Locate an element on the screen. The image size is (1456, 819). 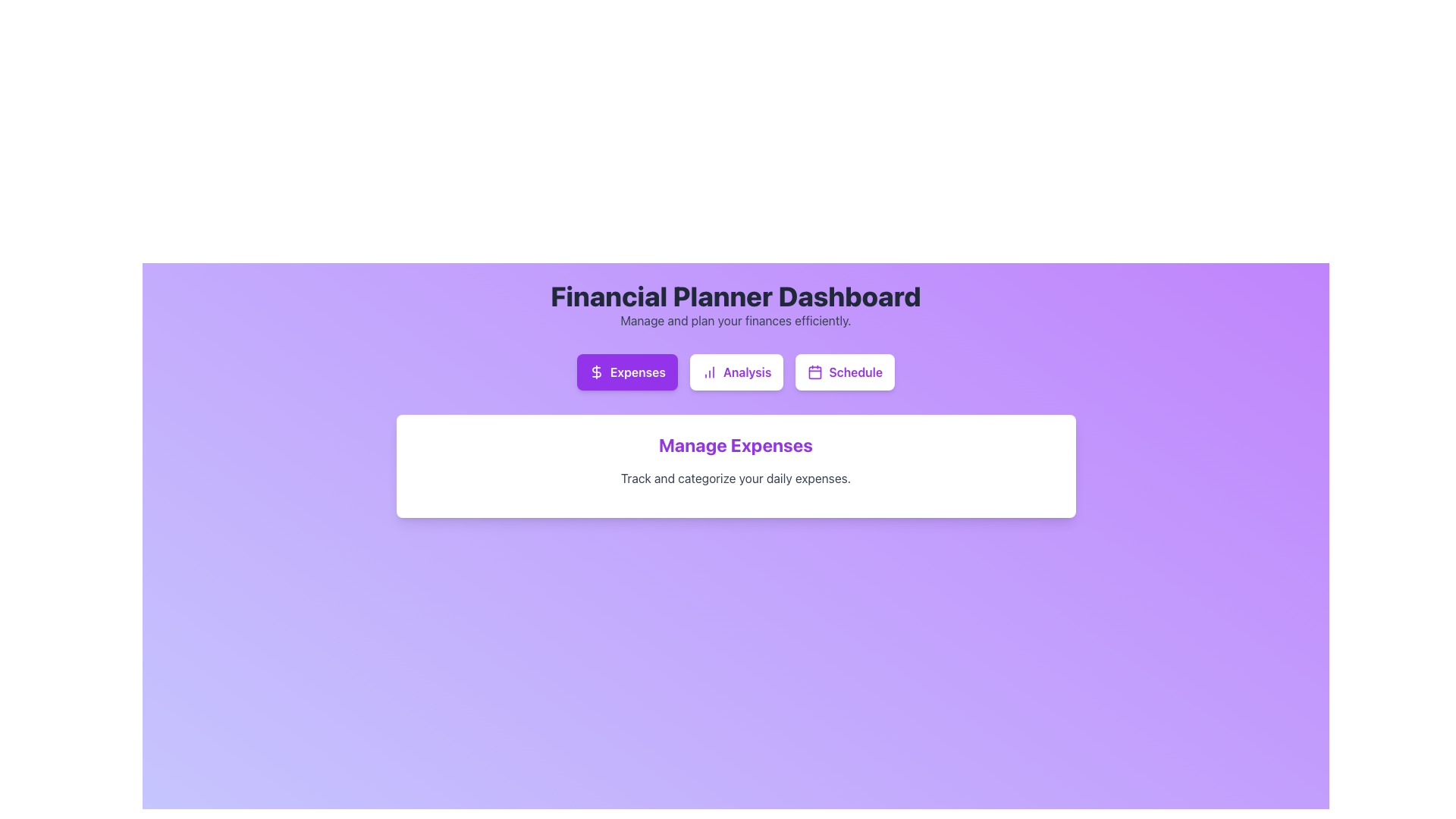
the purple column chart icon located to the left of the 'Analysis' text in the middle button of the button set is located at coordinates (708, 372).